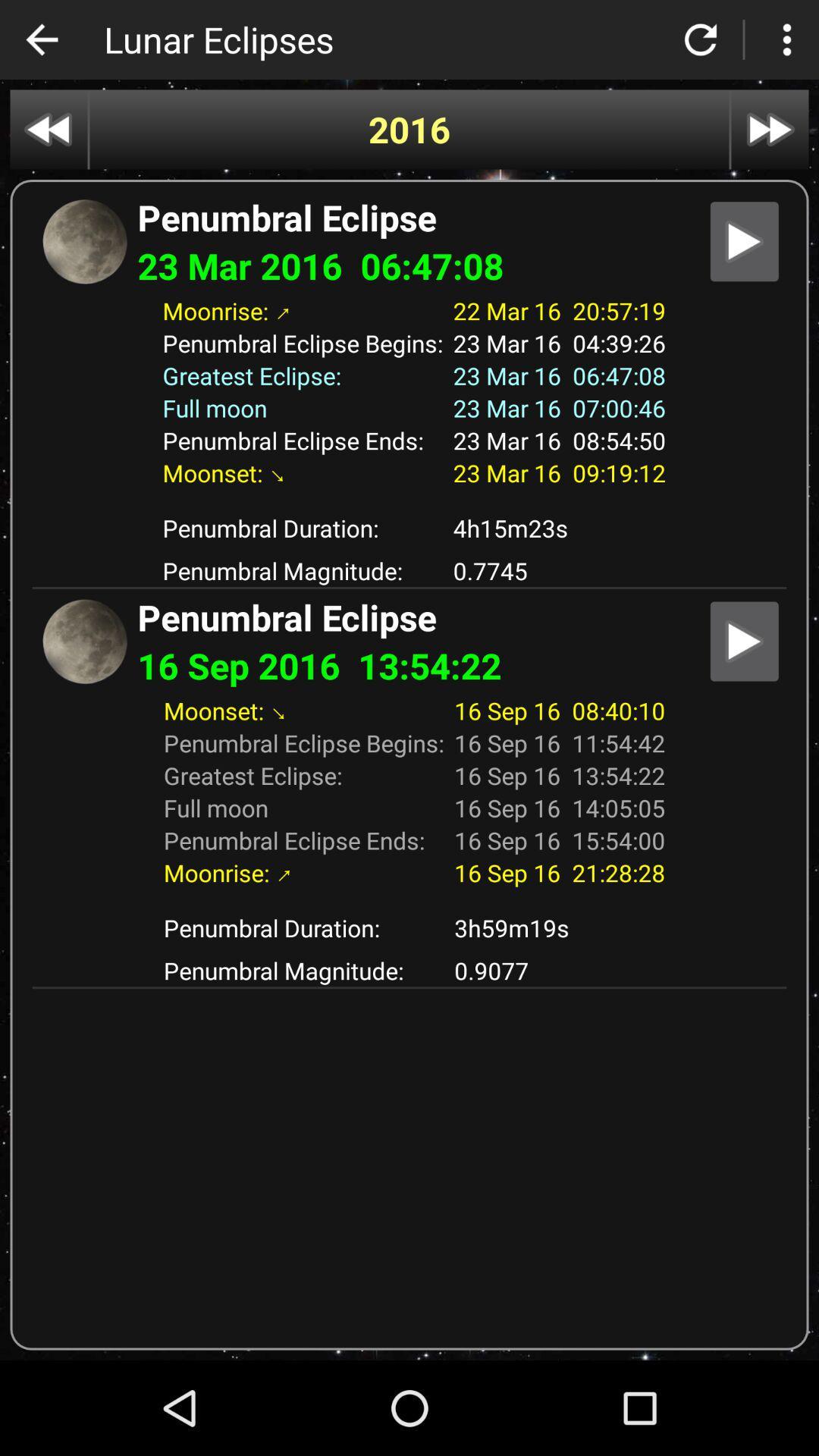 The image size is (819, 1456). I want to click on app to the right of penumbral duration:, so click(560, 927).